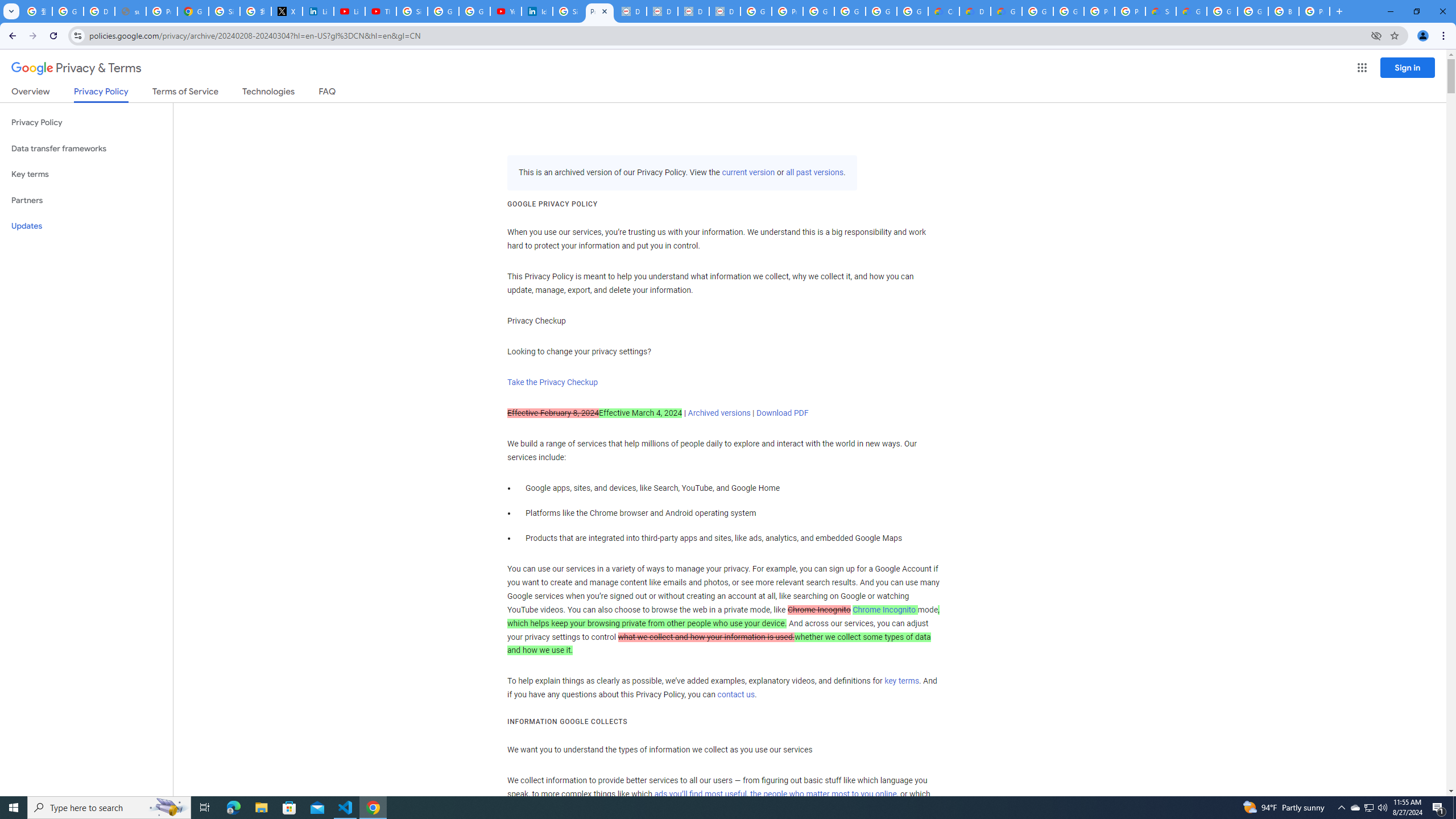 The width and height of the screenshot is (1456, 819). I want to click on 'Sign in - Google Accounts', so click(224, 11).